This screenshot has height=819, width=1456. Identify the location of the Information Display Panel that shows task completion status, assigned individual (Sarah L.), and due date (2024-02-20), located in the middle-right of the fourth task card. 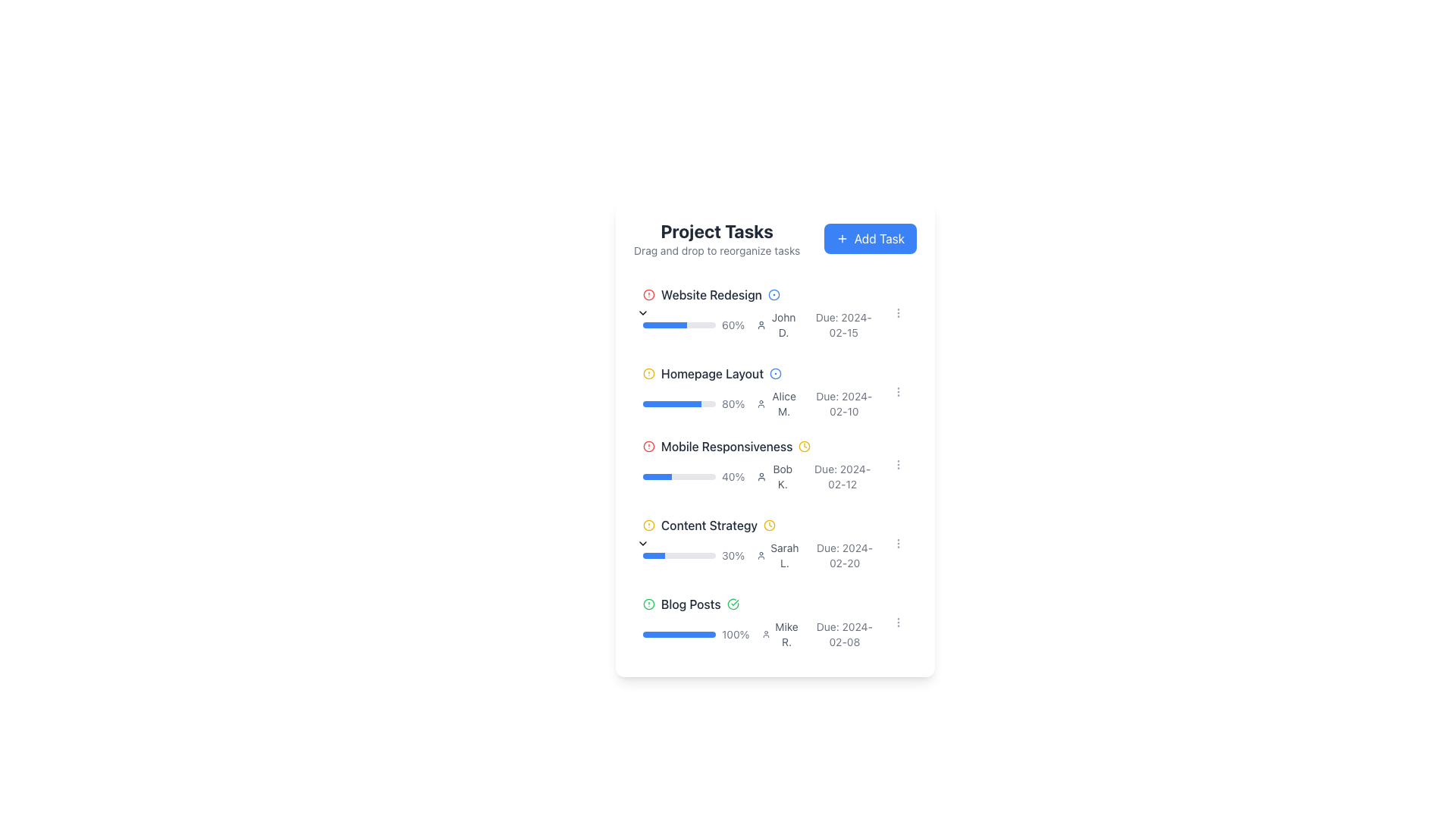
(760, 555).